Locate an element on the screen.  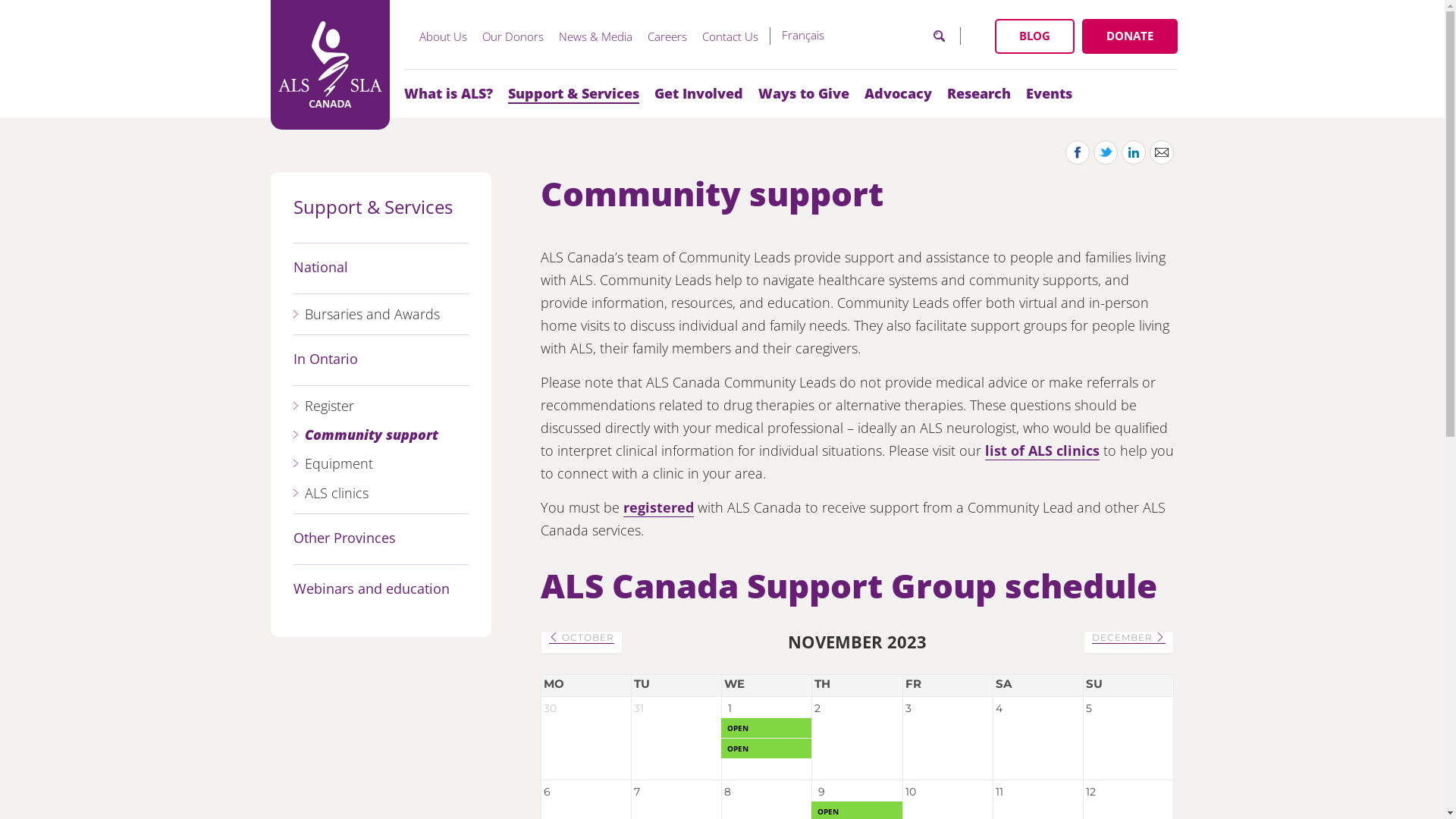
'Contact Us' is located at coordinates (730, 36).